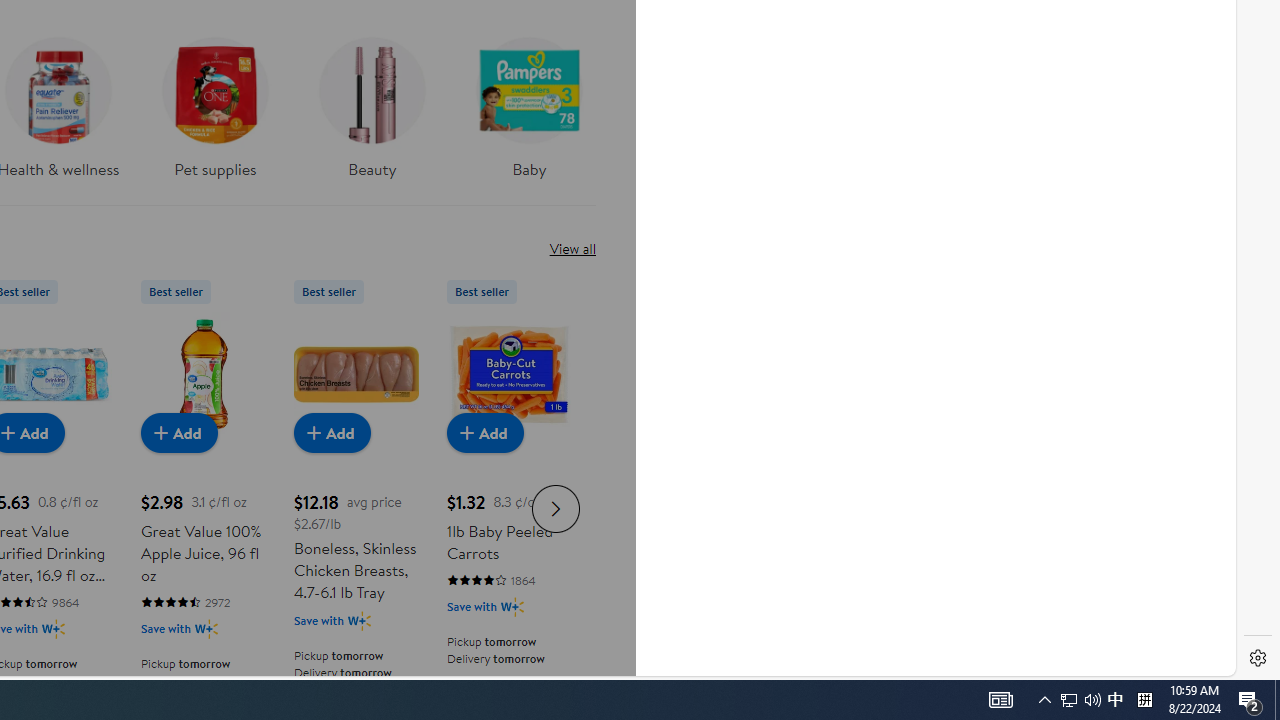  Describe the element at coordinates (529, 101) in the screenshot. I see `'Baby'` at that location.